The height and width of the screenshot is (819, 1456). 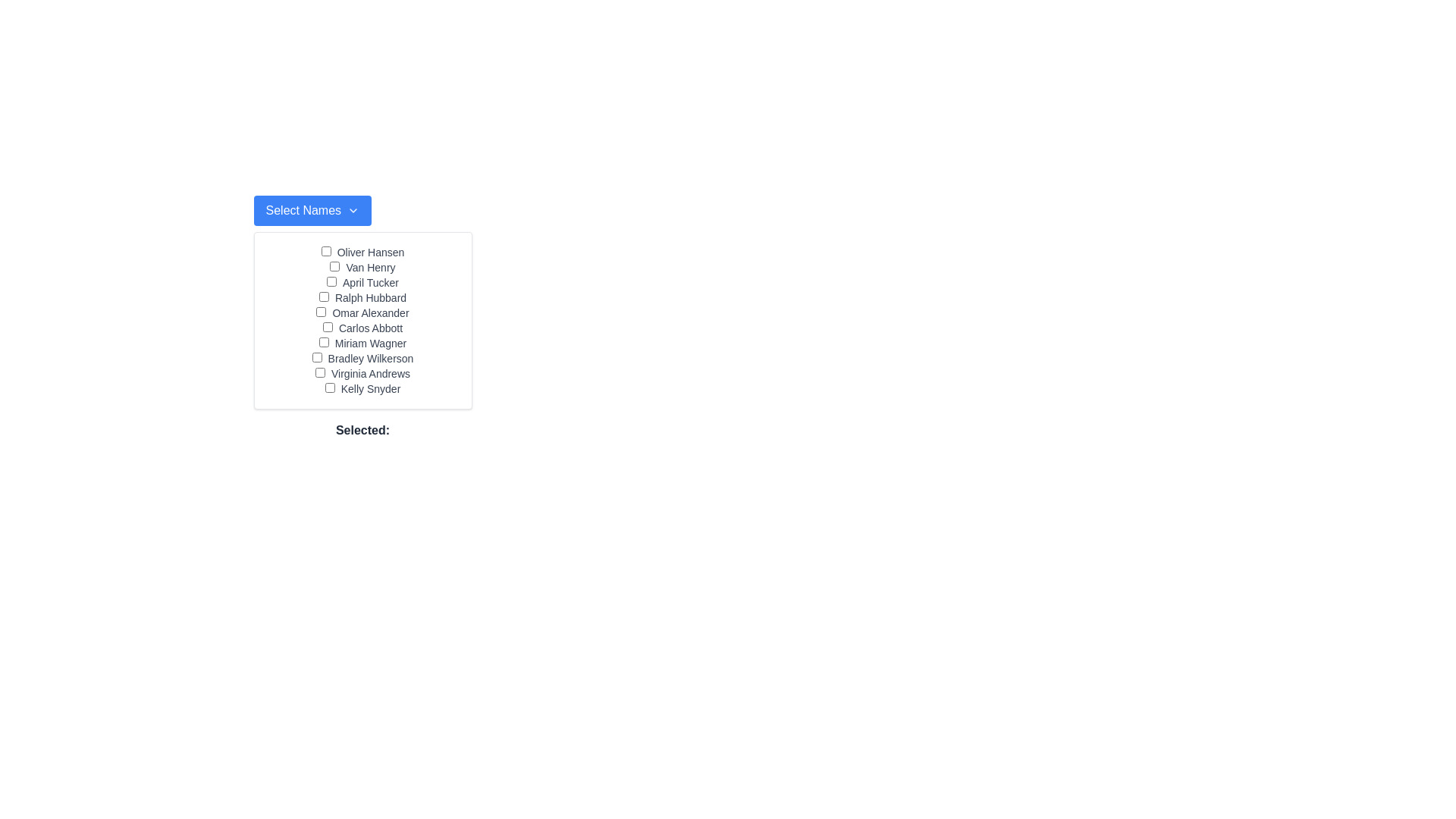 What do you see at coordinates (323, 342) in the screenshot?
I see `the checkbox located next to the text 'Miriam Wagner'` at bounding box center [323, 342].